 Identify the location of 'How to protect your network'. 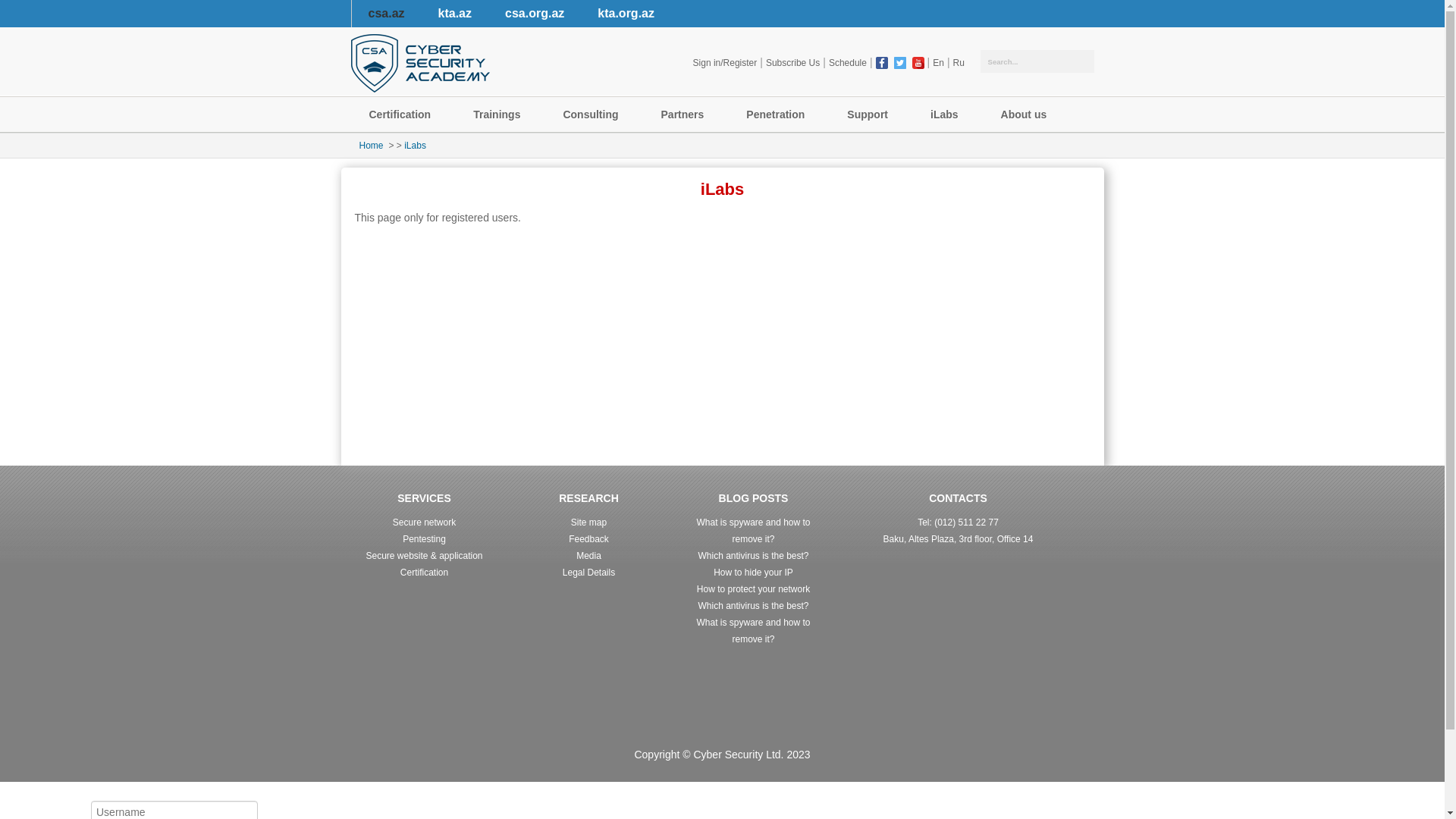
(695, 588).